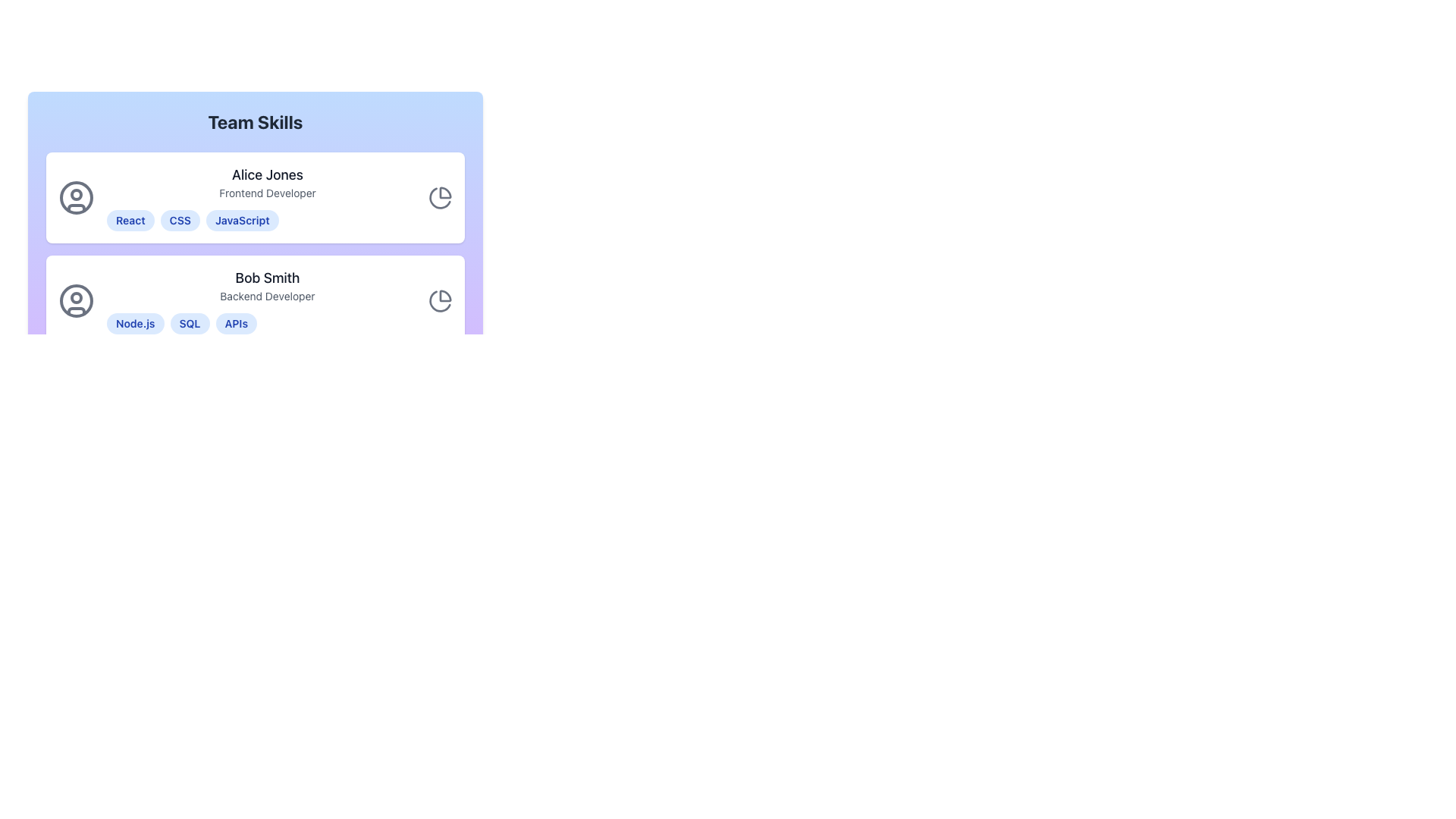 The height and width of the screenshot is (819, 1456). I want to click on the Circle SVG element that highlights the profile image area of 'Bob Smith.', so click(75, 298).